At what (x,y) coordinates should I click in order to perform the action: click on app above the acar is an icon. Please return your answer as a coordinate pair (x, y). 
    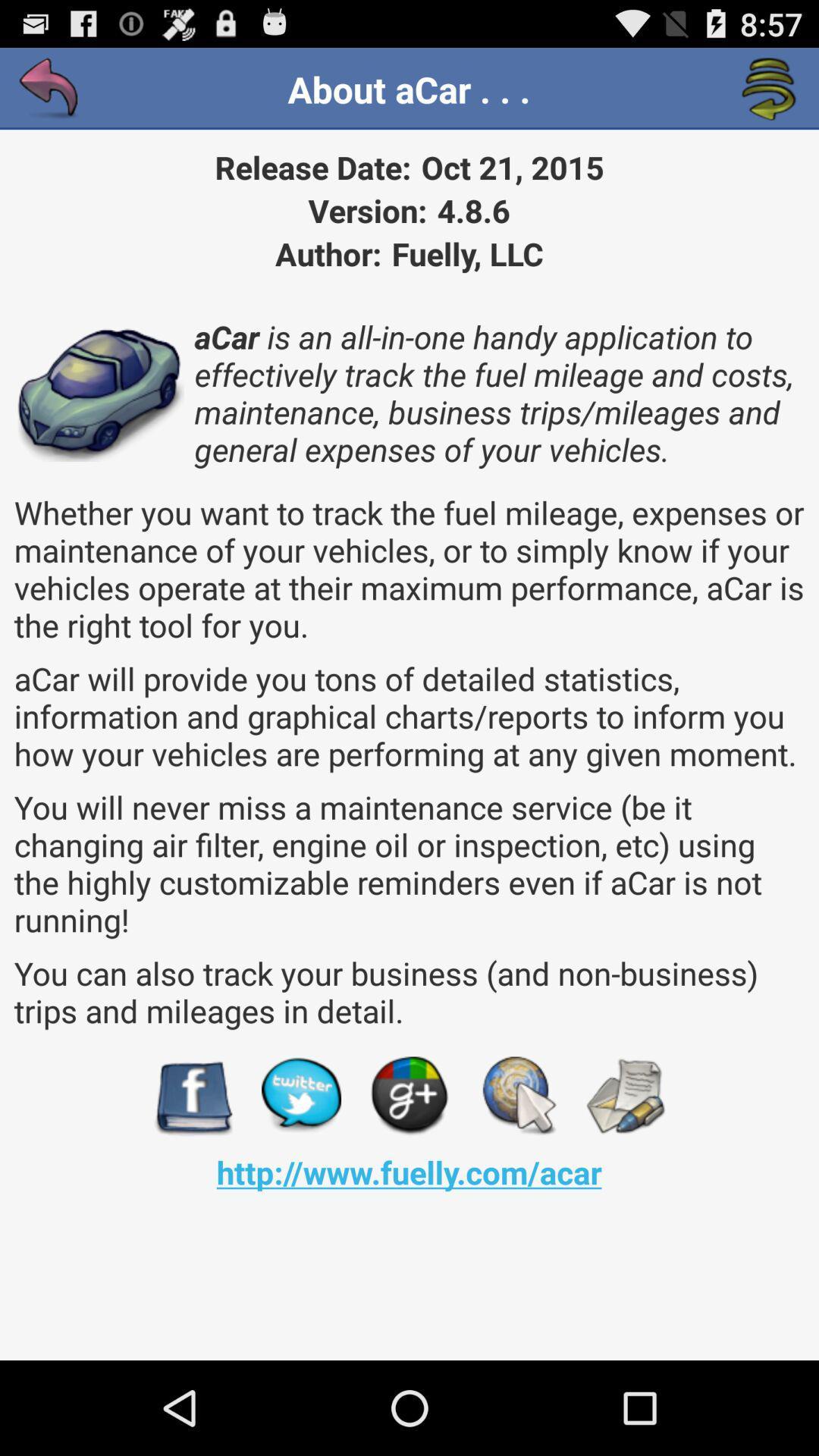
    Looking at the image, I should click on (49, 89).